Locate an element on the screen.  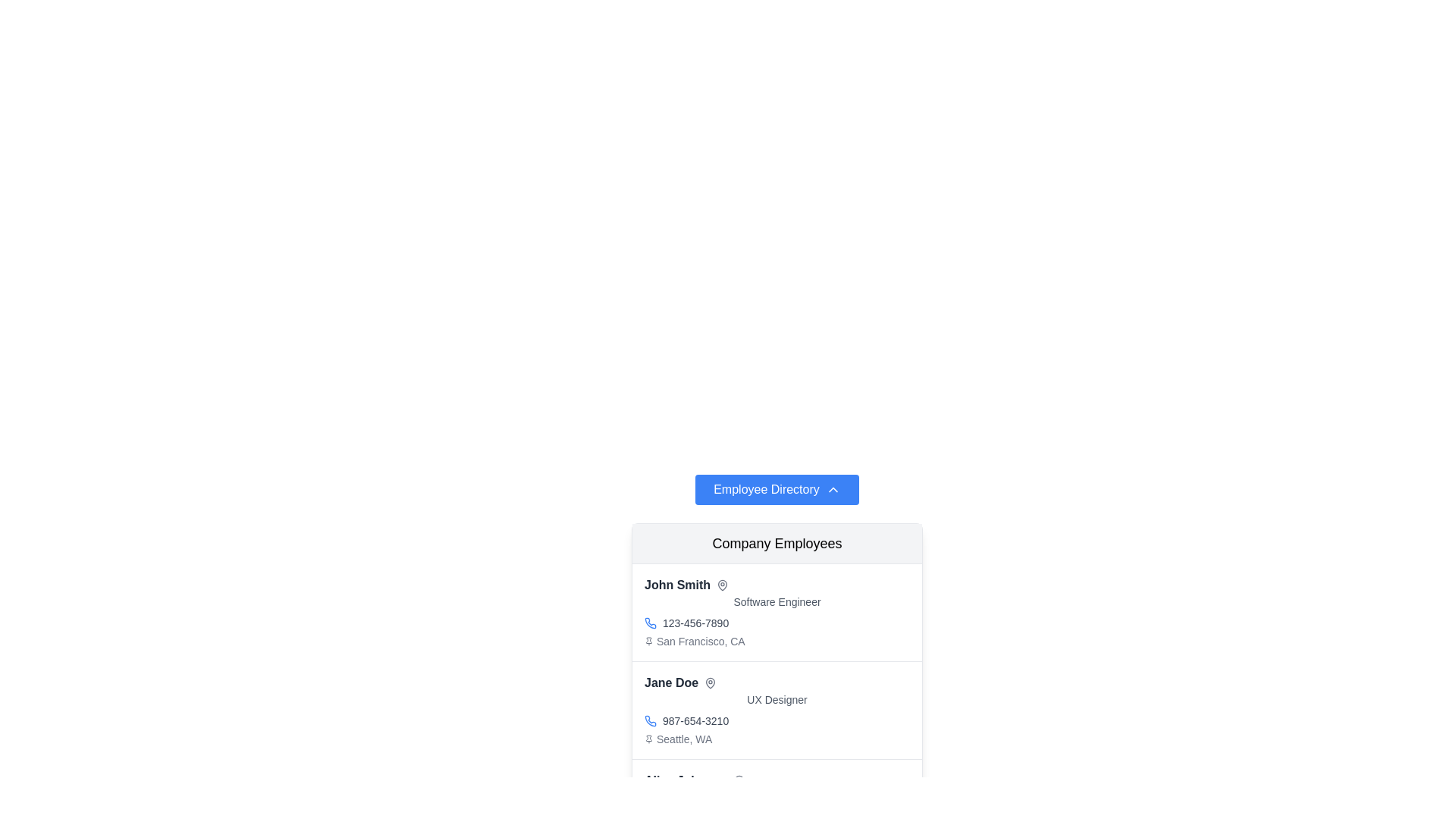
the phone icon, which visually indicates phone-related functionality and is located to the left of the phone number '987-654-3210' in the 'Company Employees' section is located at coordinates (651, 720).